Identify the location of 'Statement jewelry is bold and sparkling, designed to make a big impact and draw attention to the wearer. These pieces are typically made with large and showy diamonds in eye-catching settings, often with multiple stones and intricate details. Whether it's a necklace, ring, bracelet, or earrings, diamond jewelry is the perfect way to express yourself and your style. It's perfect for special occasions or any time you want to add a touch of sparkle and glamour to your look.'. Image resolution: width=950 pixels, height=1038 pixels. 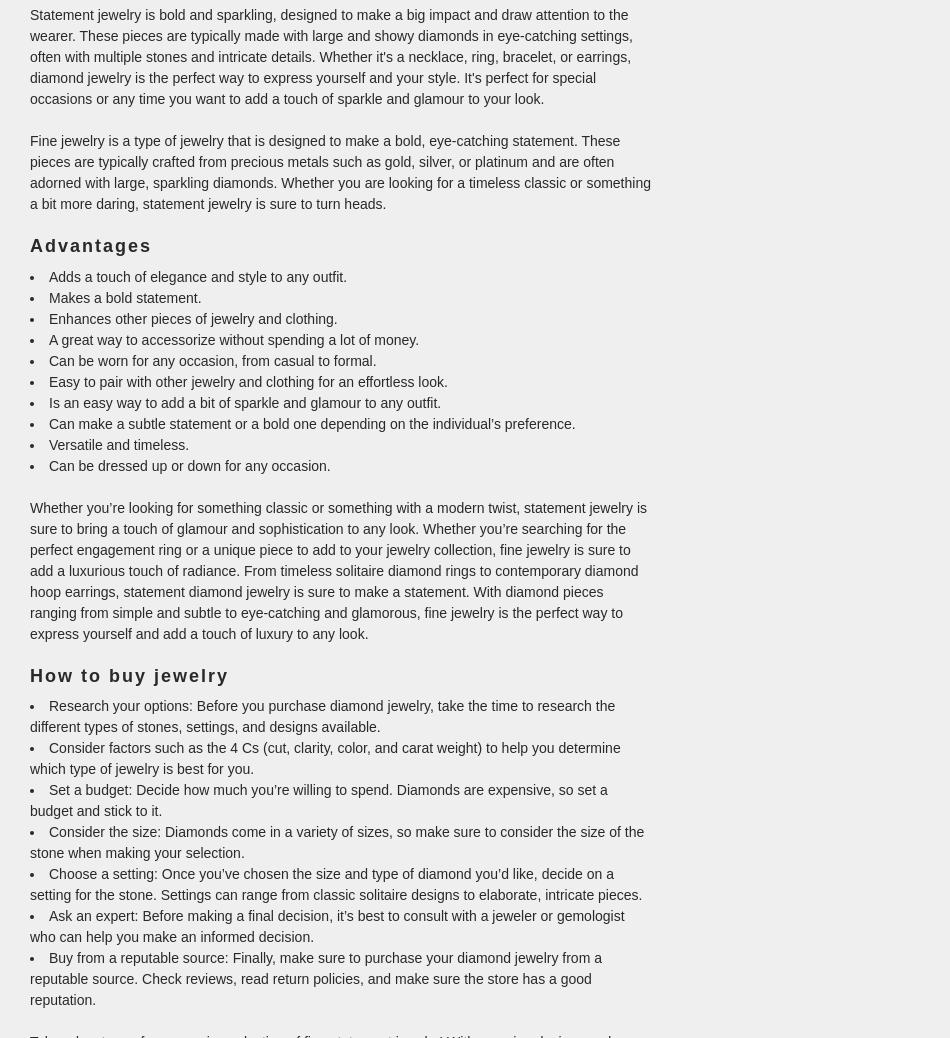
(30, 55).